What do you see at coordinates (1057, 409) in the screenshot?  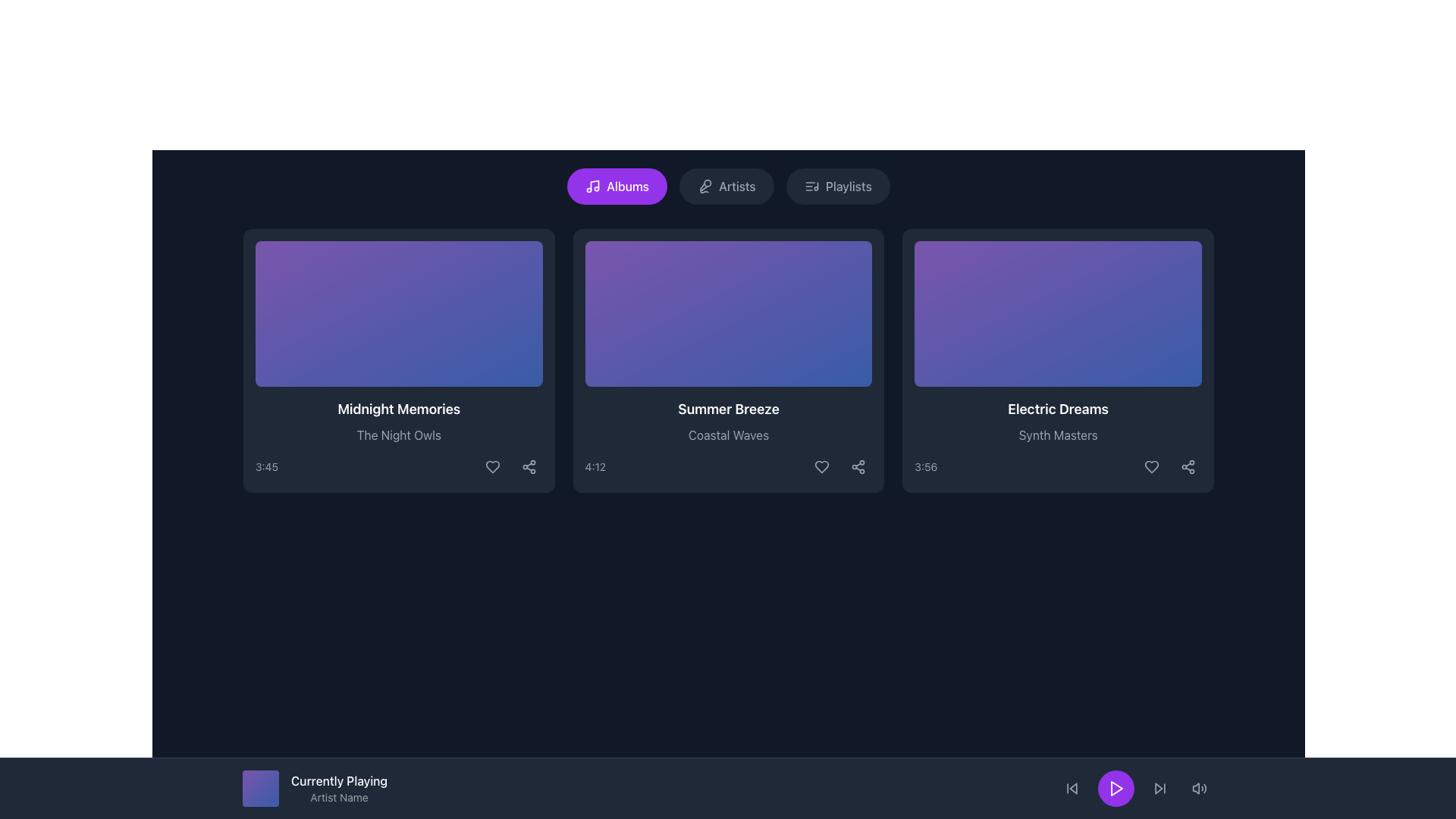 I see `or read the text label that serves as the title for the musical track or album, located in the bottom section of the card in the third column, above 'Synth Masters'` at bounding box center [1057, 409].